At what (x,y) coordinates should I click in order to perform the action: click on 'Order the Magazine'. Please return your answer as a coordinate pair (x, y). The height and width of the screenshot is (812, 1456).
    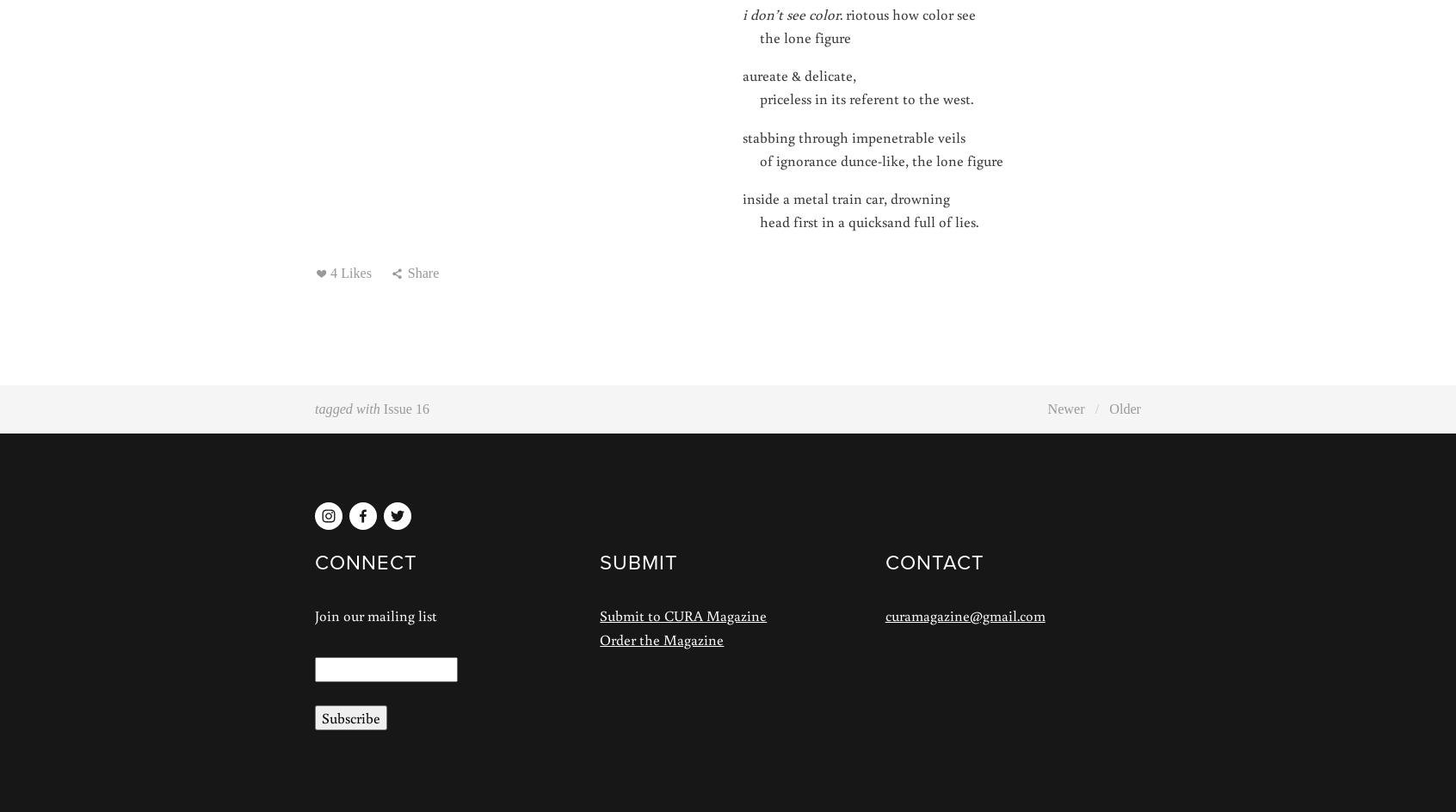
    Looking at the image, I should click on (599, 638).